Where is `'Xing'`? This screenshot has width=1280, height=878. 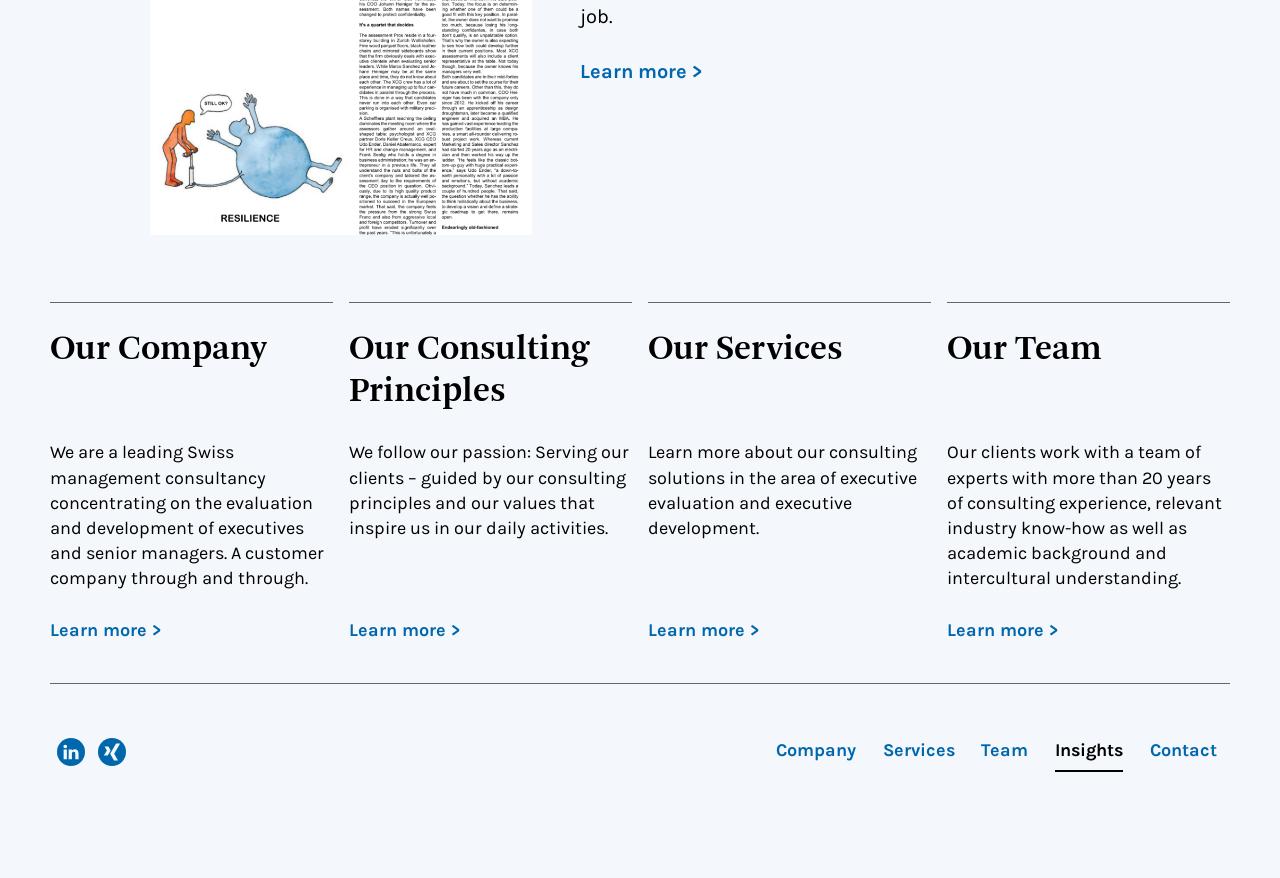 'Xing' is located at coordinates (143, 777).